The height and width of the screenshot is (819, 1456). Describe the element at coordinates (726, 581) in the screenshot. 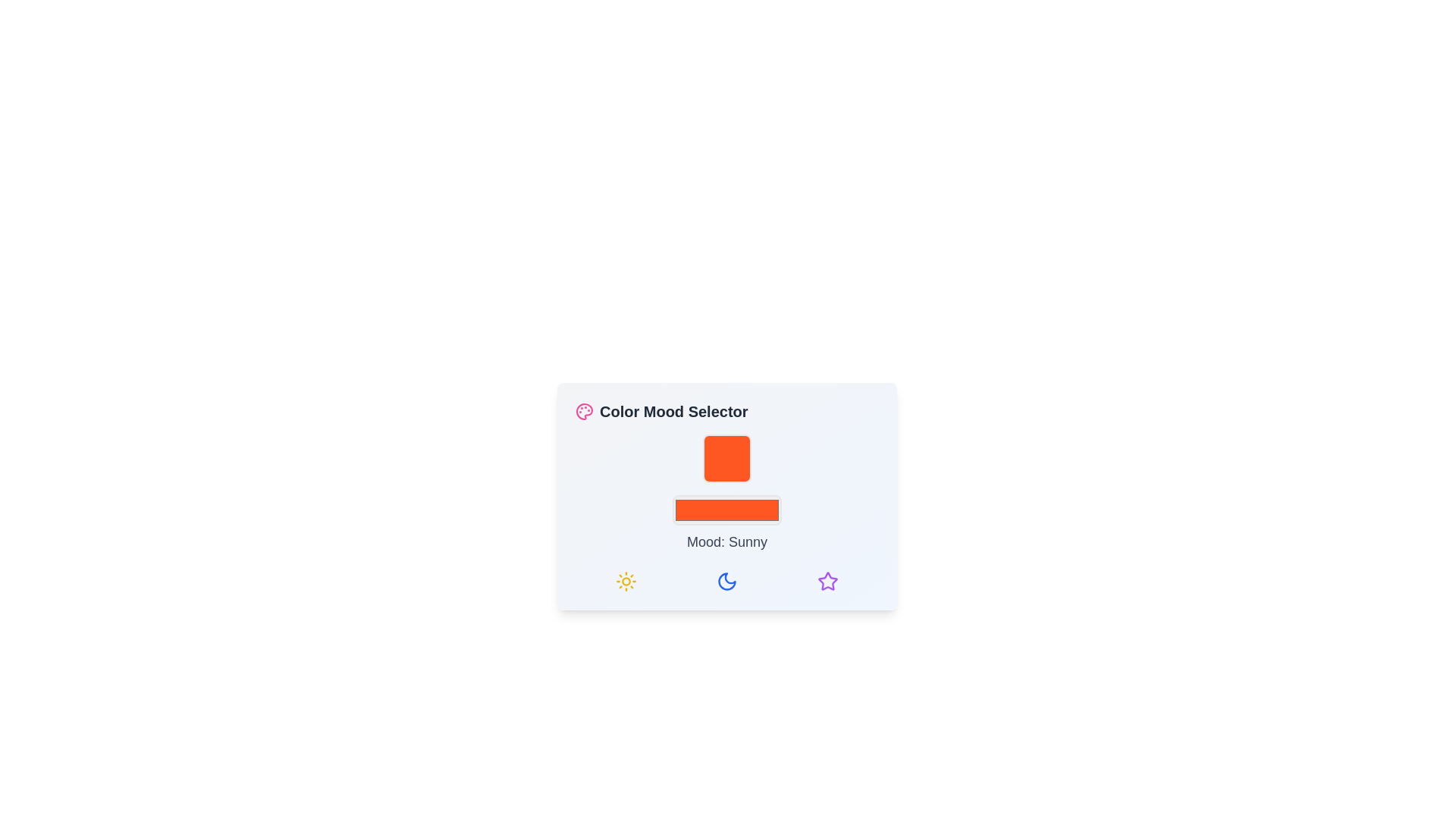

I see `the middle SVG icon that indicates a nighttime or calm mood, which is located at the bottom center of the interface, flanked by a sun icon on the left and a star icon on the right` at that location.